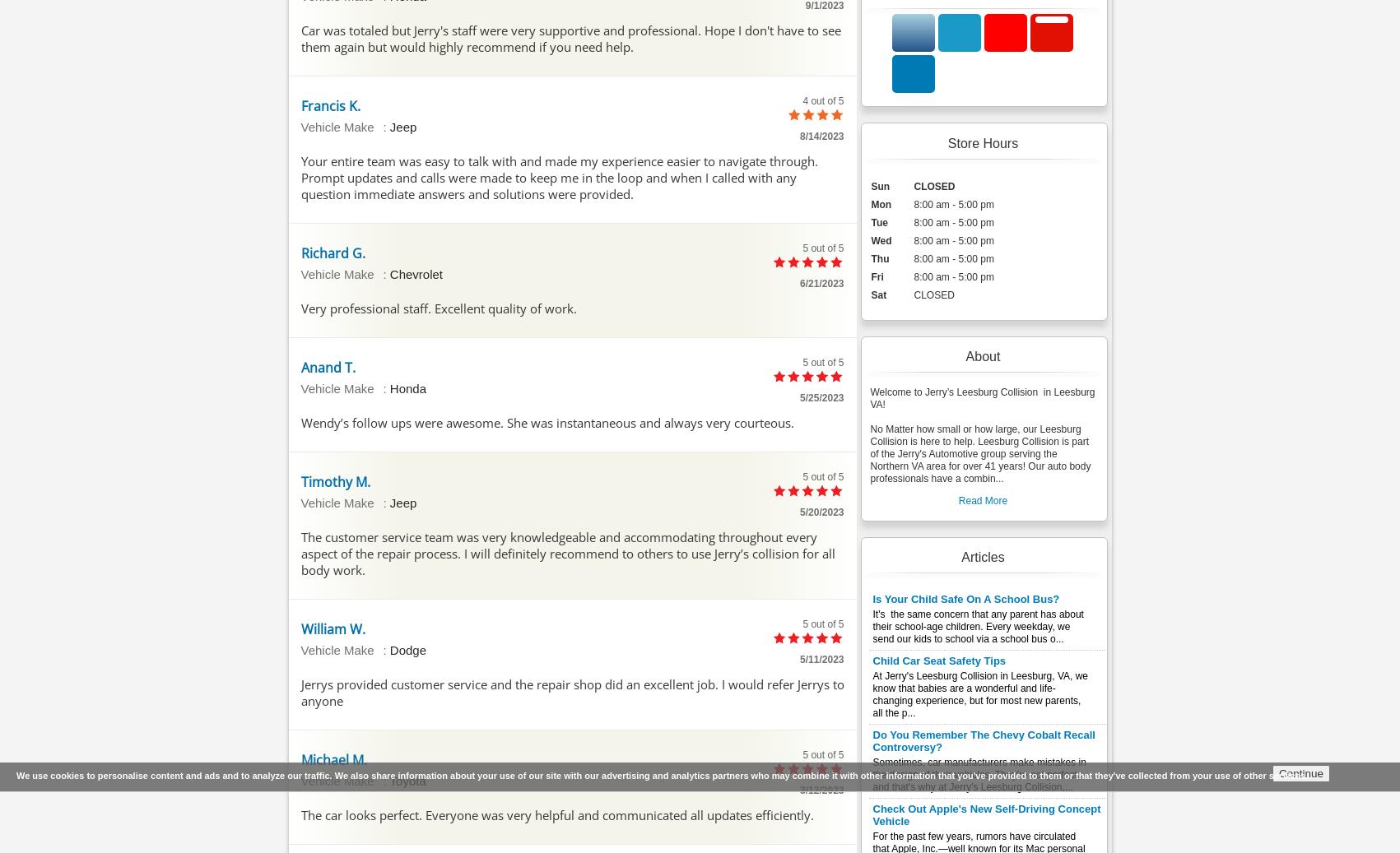 The width and height of the screenshot is (1400, 853). What do you see at coordinates (880, 184) in the screenshot?
I see `'Sun'` at bounding box center [880, 184].